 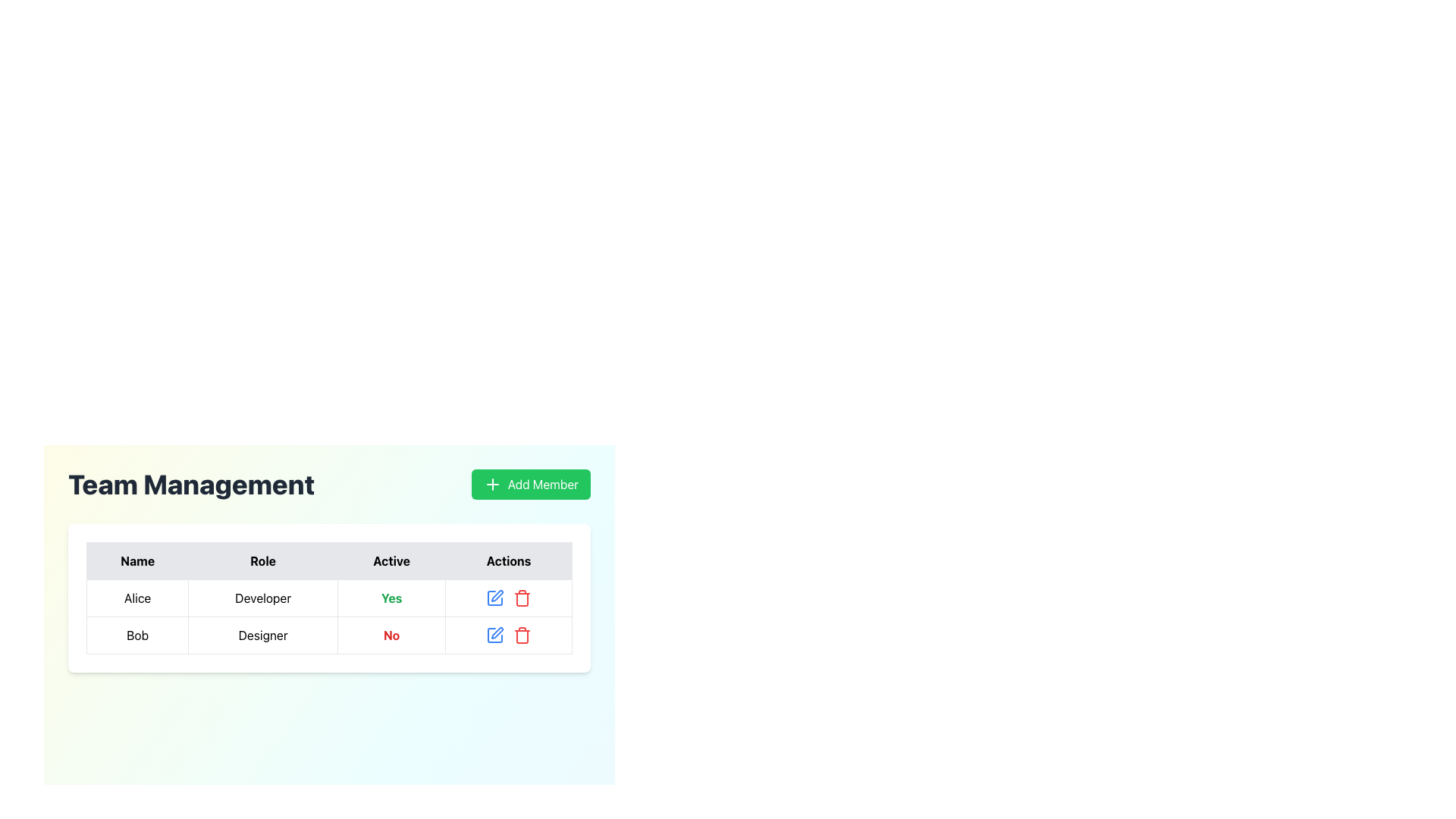 What do you see at coordinates (391, 598) in the screenshot?
I see `the text label indicating the active state of the team member 'Alice' in the 'Active' column of the management interface` at bounding box center [391, 598].